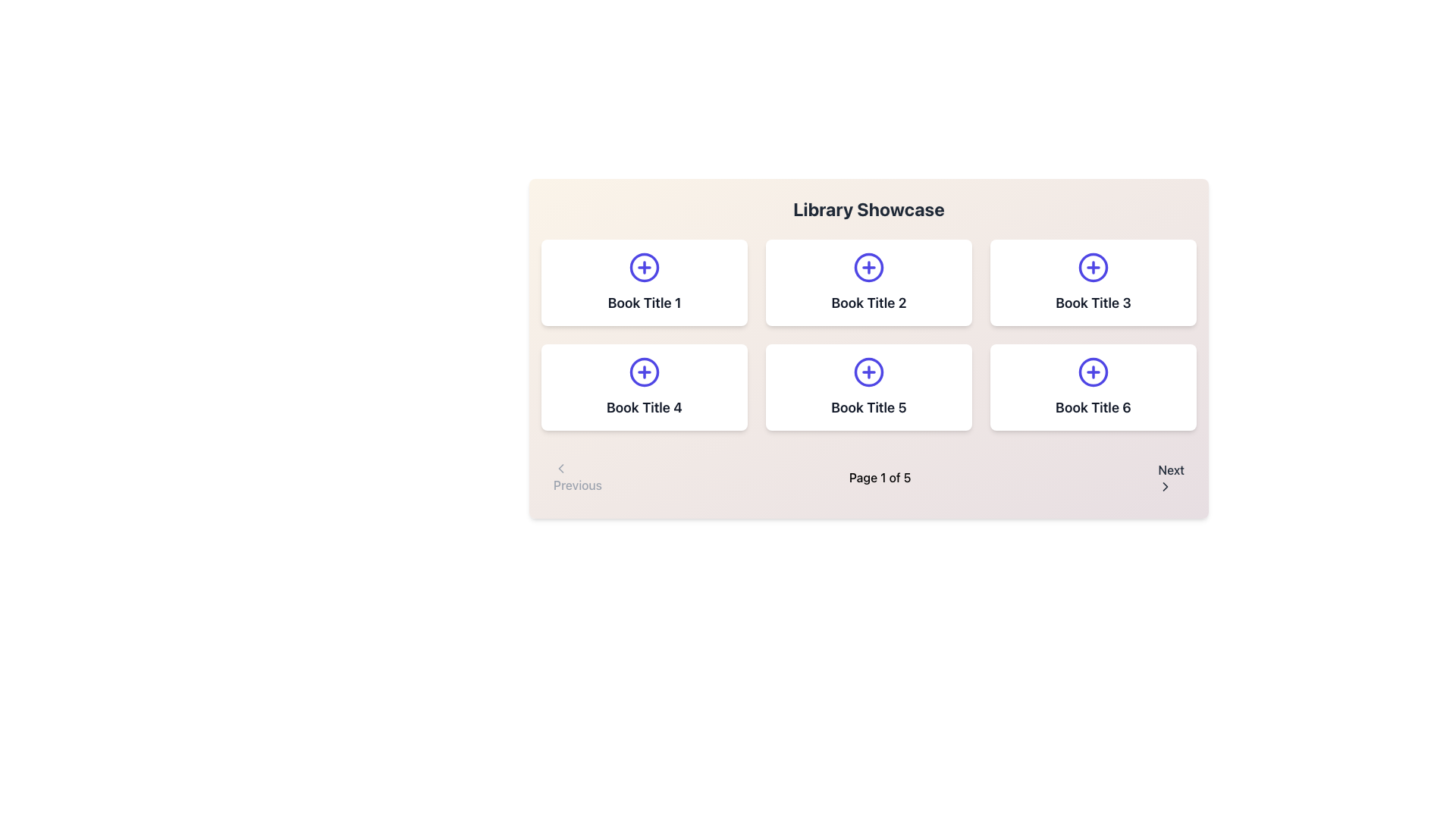 Image resolution: width=1456 pixels, height=819 pixels. What do you see at coordinates (1165, 486) in the screenshot?
I see `the Right Chevron icon in the pagination controls` at bounding box center [1165, 486].